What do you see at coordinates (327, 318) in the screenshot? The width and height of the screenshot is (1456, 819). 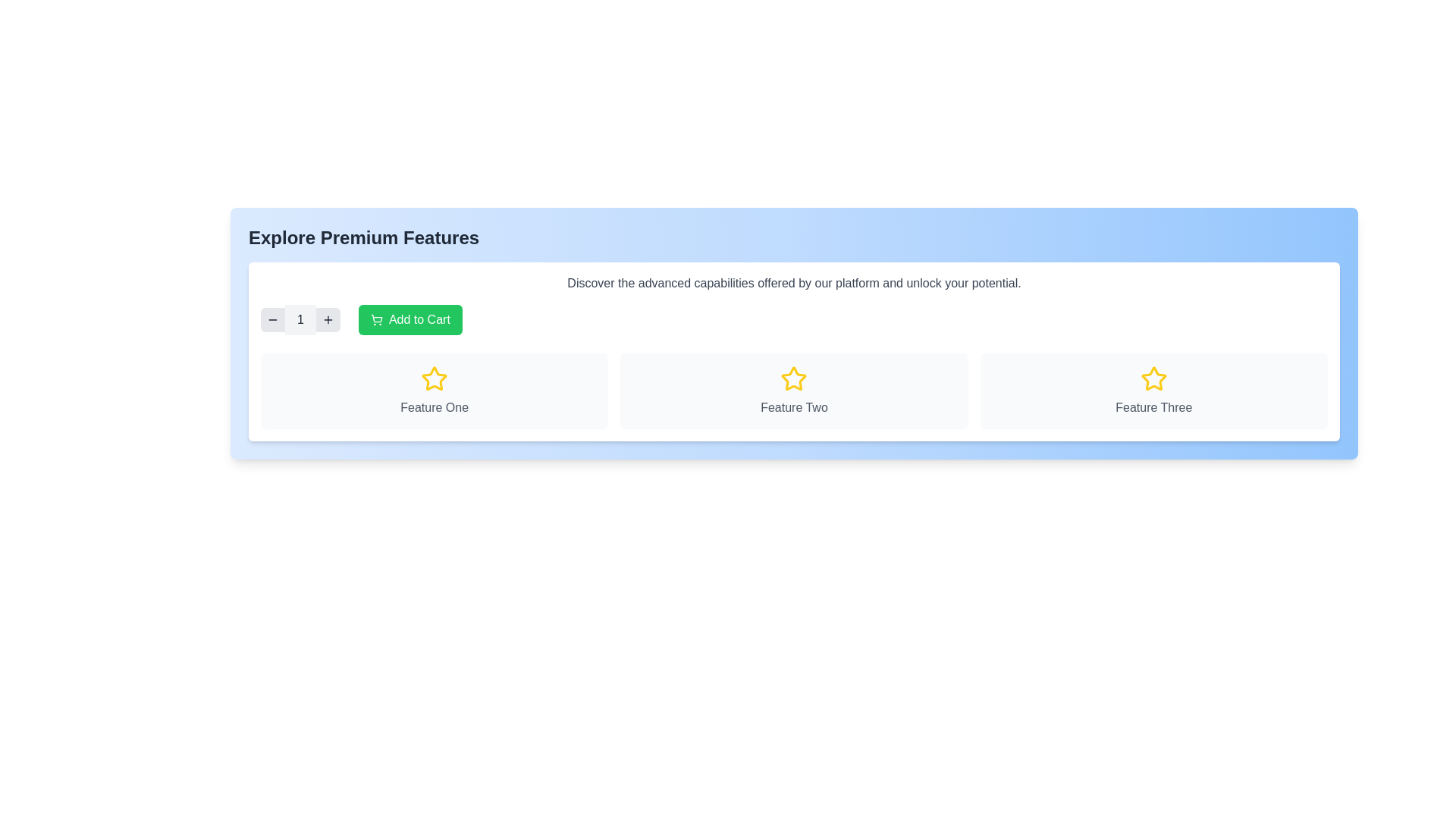 I see `the circular gray button with a plus symbol located on the right side of the control group for modifying the displayed numeric value` at bounding box center [327, 318].